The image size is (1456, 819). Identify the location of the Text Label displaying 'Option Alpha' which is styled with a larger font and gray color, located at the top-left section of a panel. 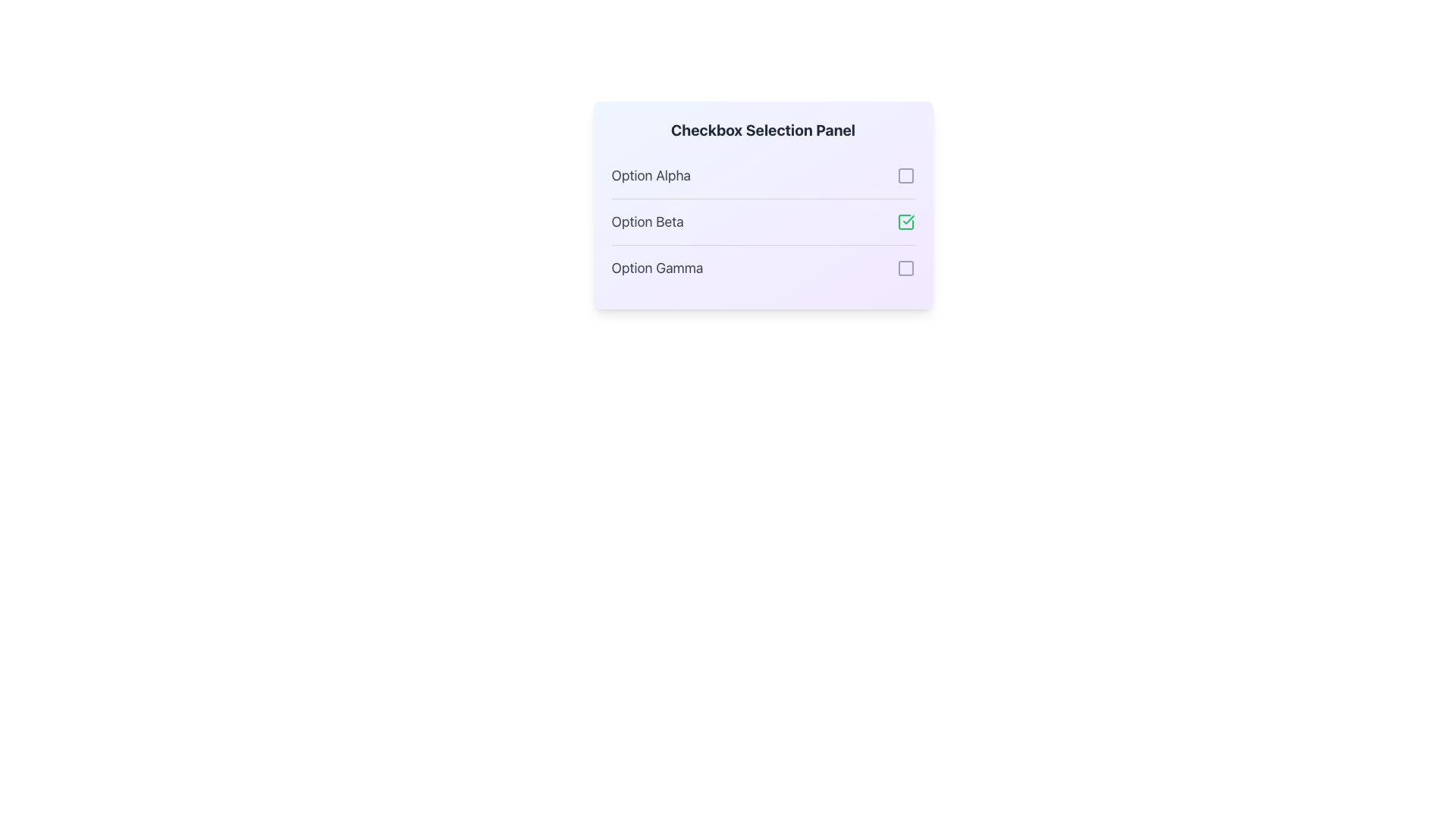
(651, 174).